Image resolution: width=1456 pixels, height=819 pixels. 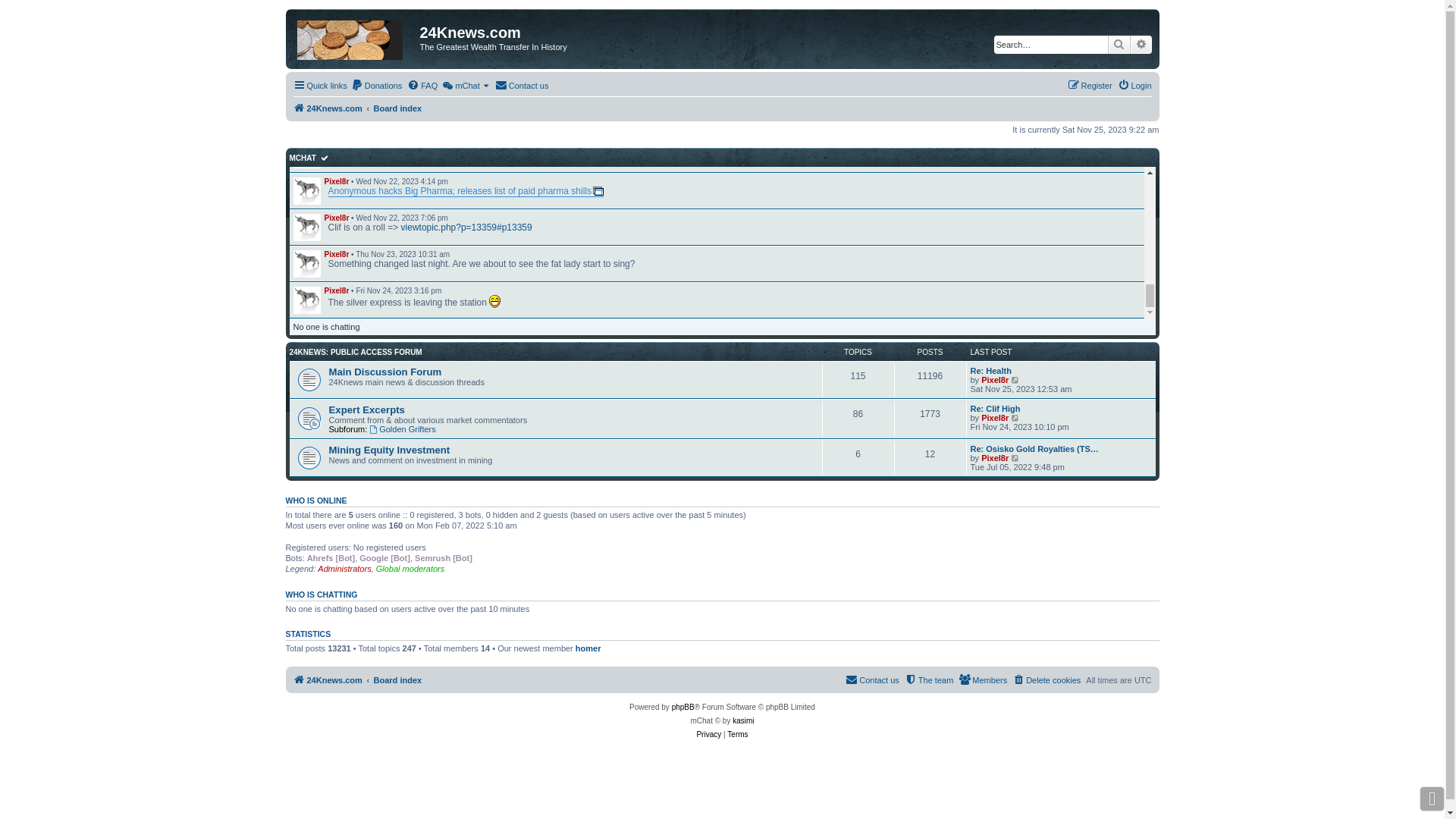 What do you see at coordinates (400, 227) in the screenshot?
I see `'viewtopic.php?p=13359#p13359'` at bounding box center [400, 227].